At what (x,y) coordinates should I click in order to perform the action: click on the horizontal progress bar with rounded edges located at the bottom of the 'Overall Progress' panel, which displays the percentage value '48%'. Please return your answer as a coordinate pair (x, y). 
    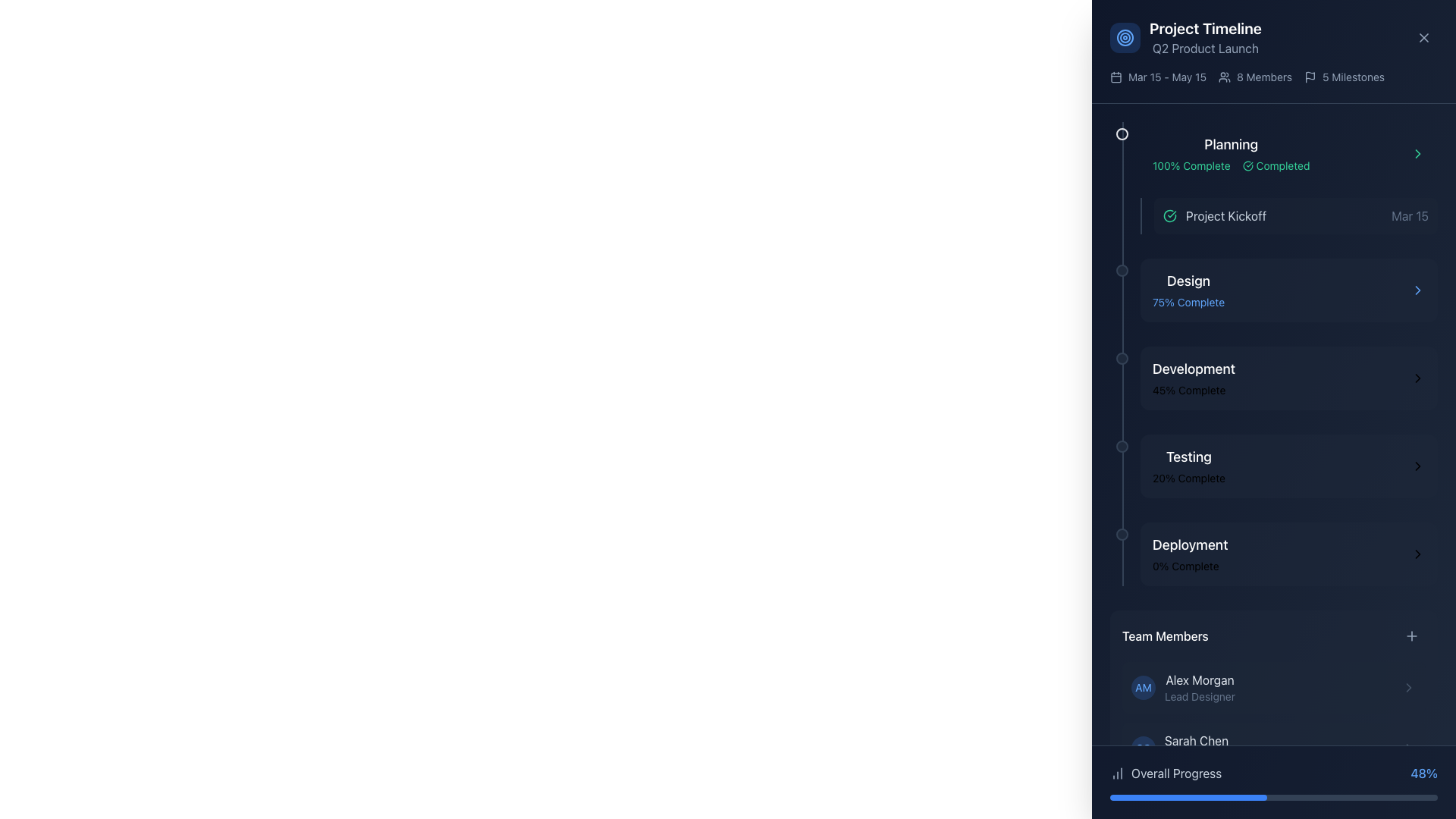
    Looking at the image, I should click on (1274, 797).